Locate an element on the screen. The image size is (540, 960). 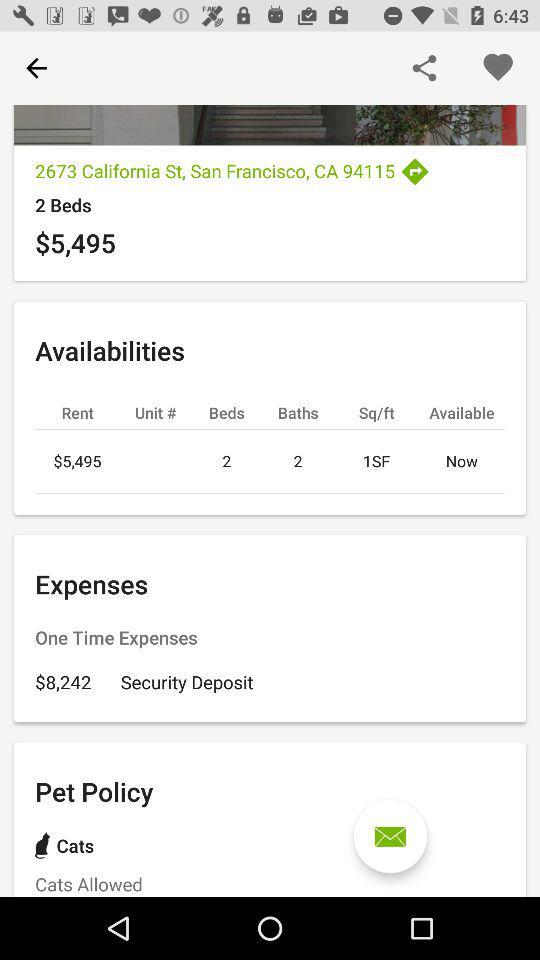
mark it favourite option is located at coordinates (496, 68).